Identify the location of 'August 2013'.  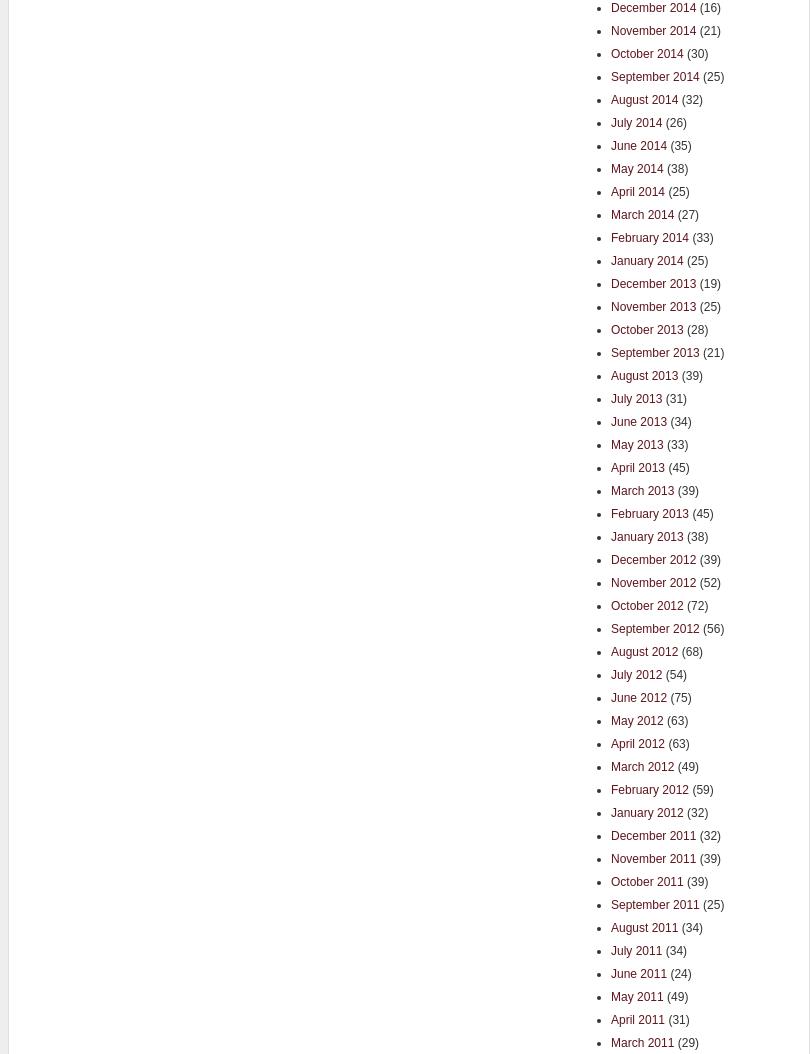
(609, 374).